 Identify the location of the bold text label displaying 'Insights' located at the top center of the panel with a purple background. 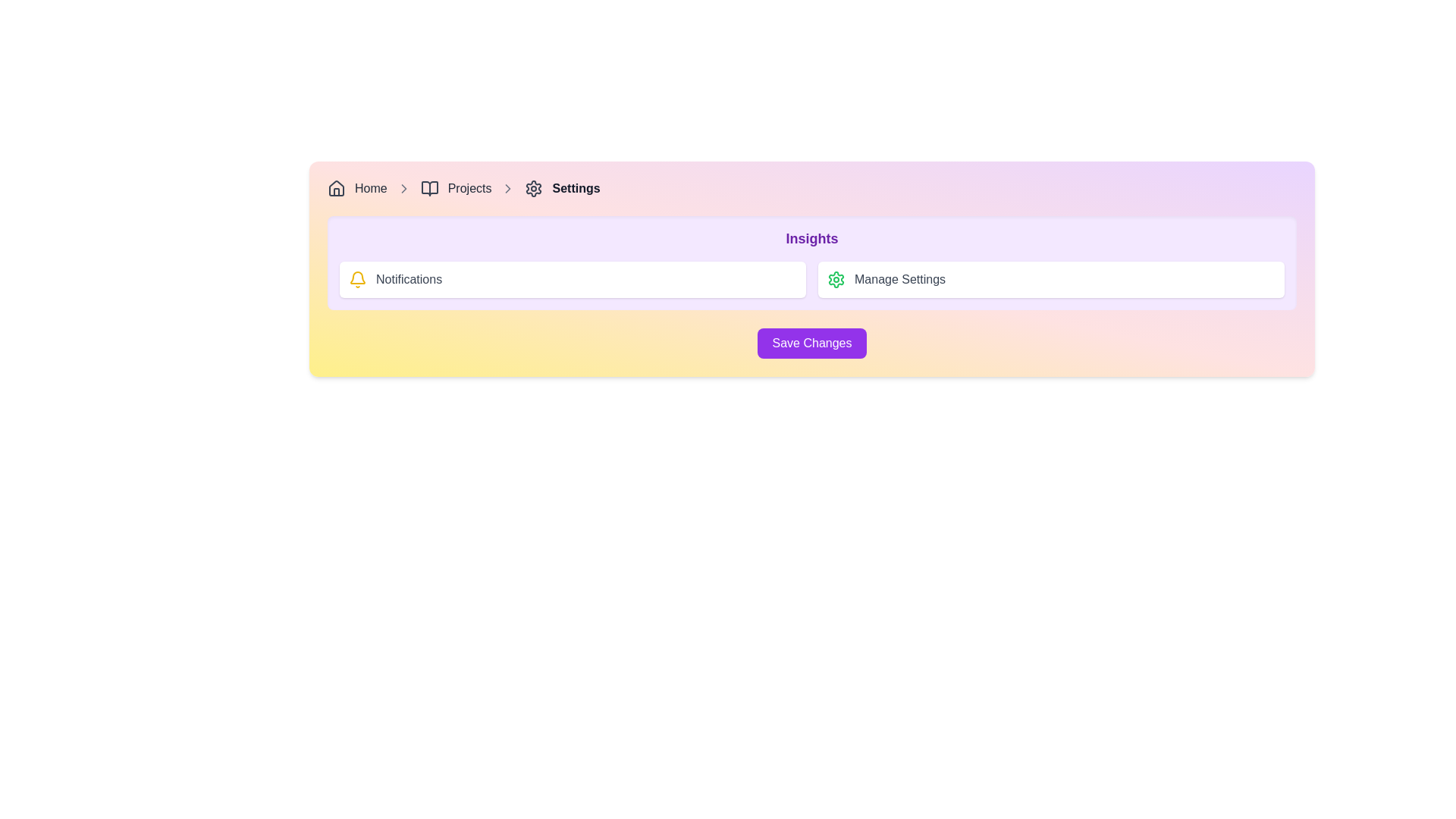
(811, 239).